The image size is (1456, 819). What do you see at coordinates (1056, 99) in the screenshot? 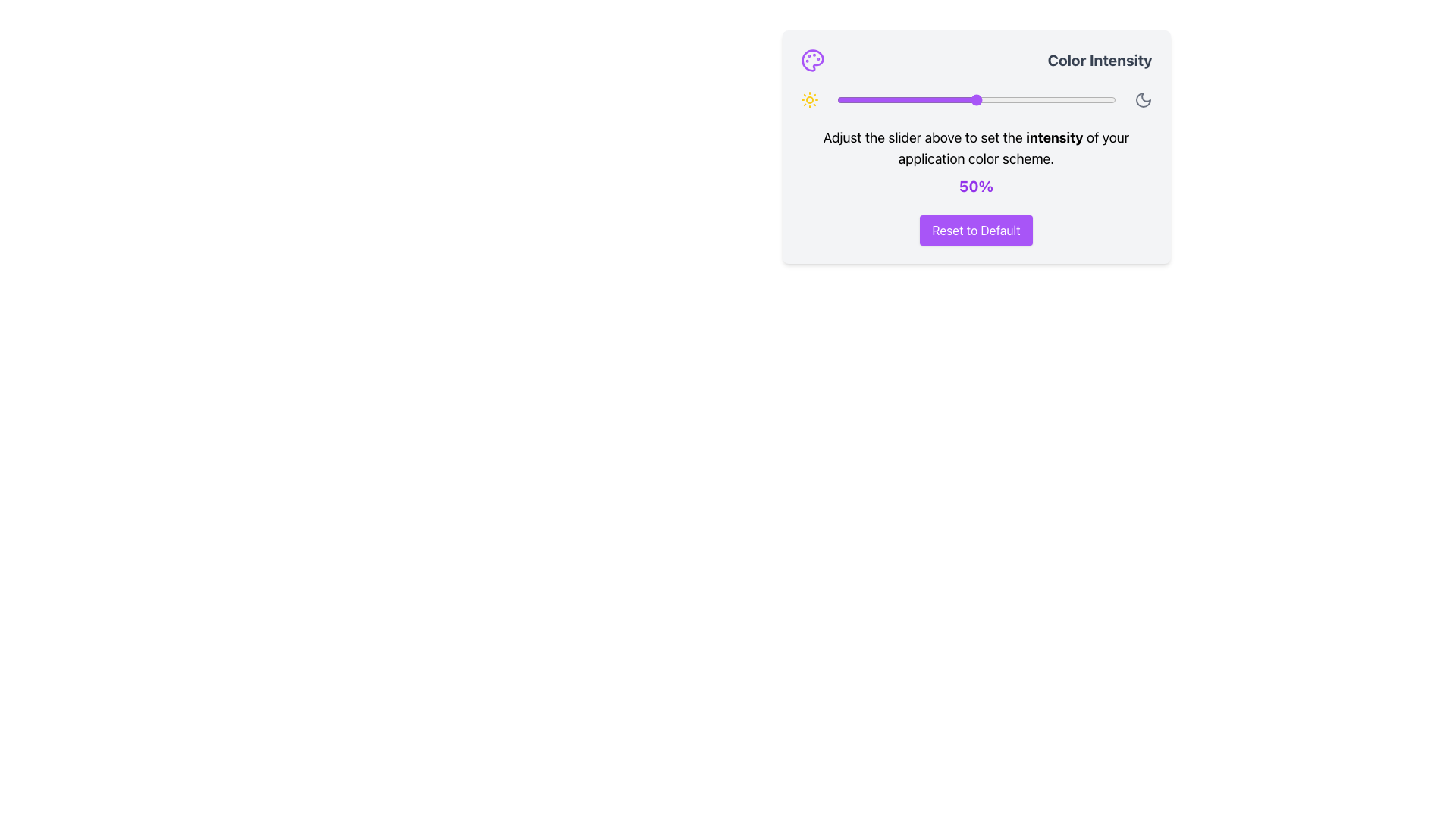
I see `the color intensity slider` at bounding box center [1056, 99].